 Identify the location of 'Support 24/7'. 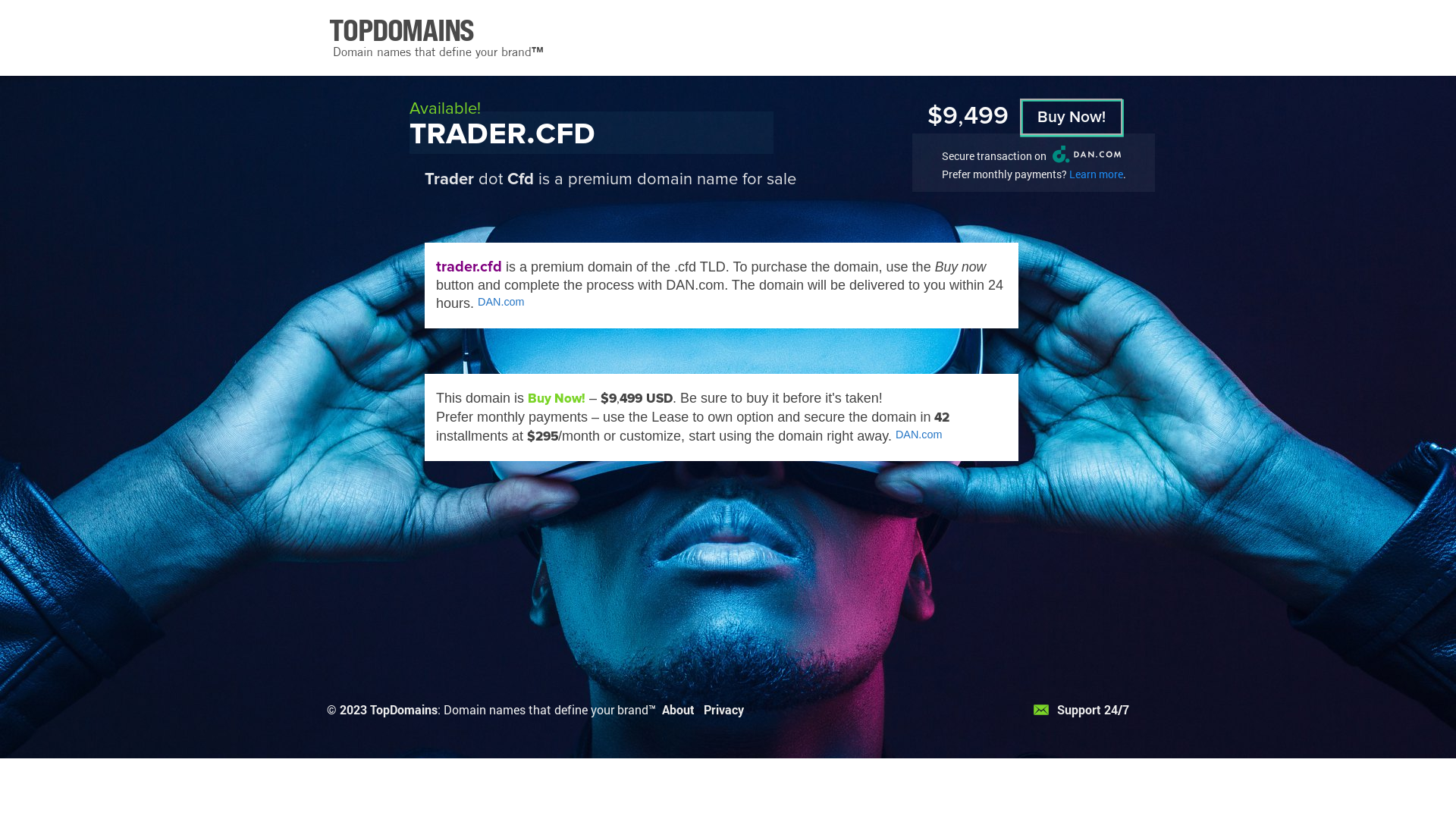
(1080, 709).